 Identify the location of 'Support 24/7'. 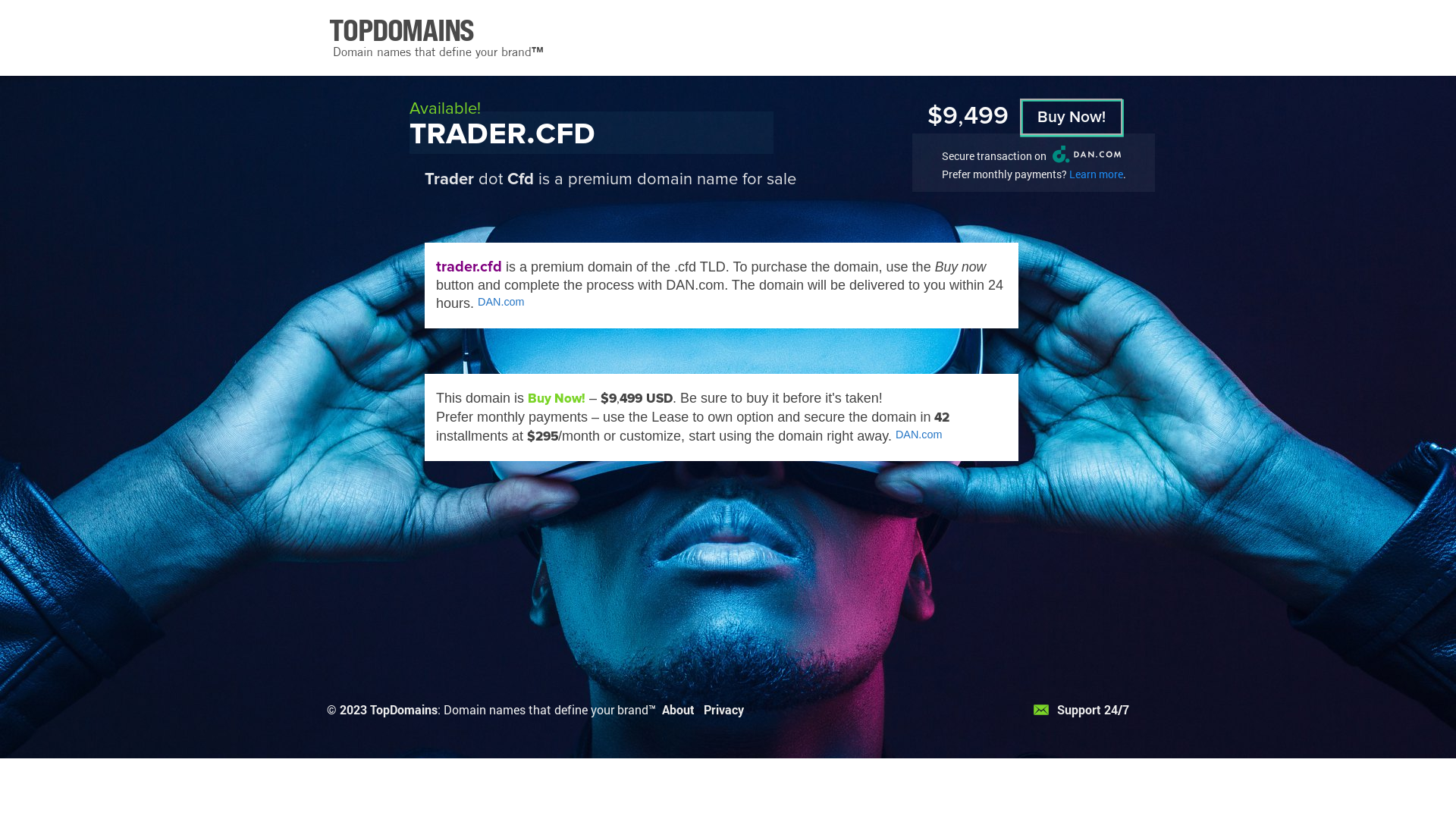
(1080, 709).